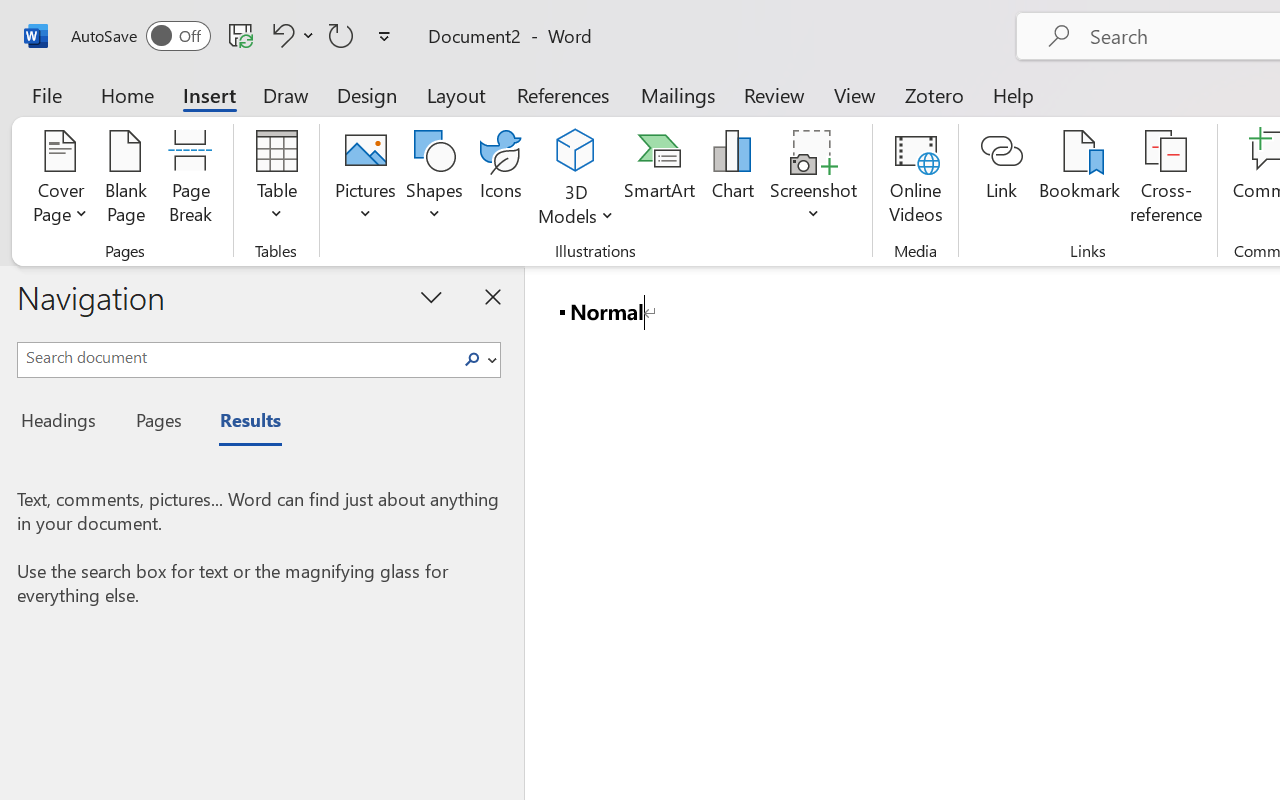  What do you see at coordinates (237, 357) in the screenshot?
I see `'Search document'` at bounding box center [237, 357].